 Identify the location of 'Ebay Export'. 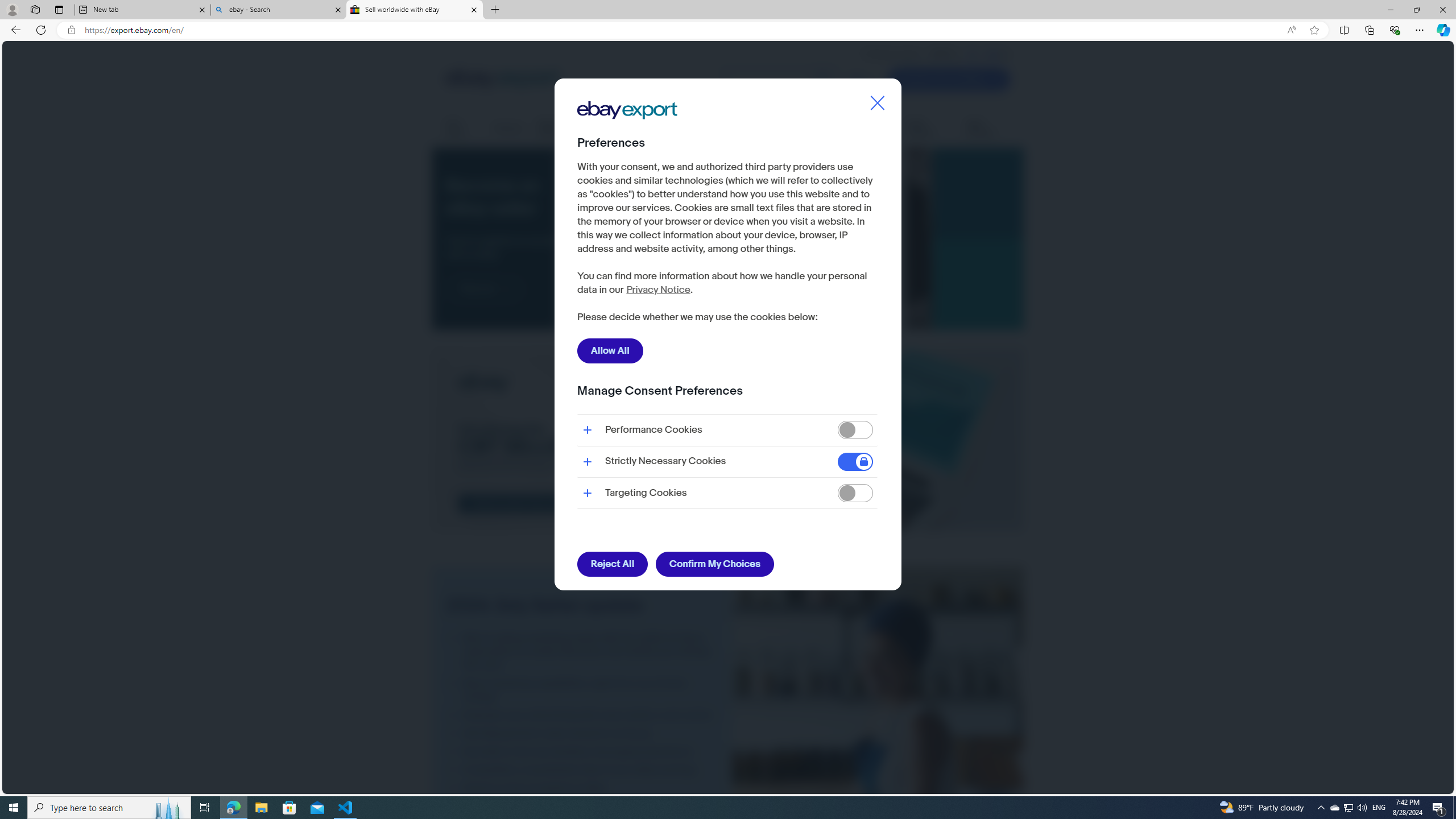
(630, 146).